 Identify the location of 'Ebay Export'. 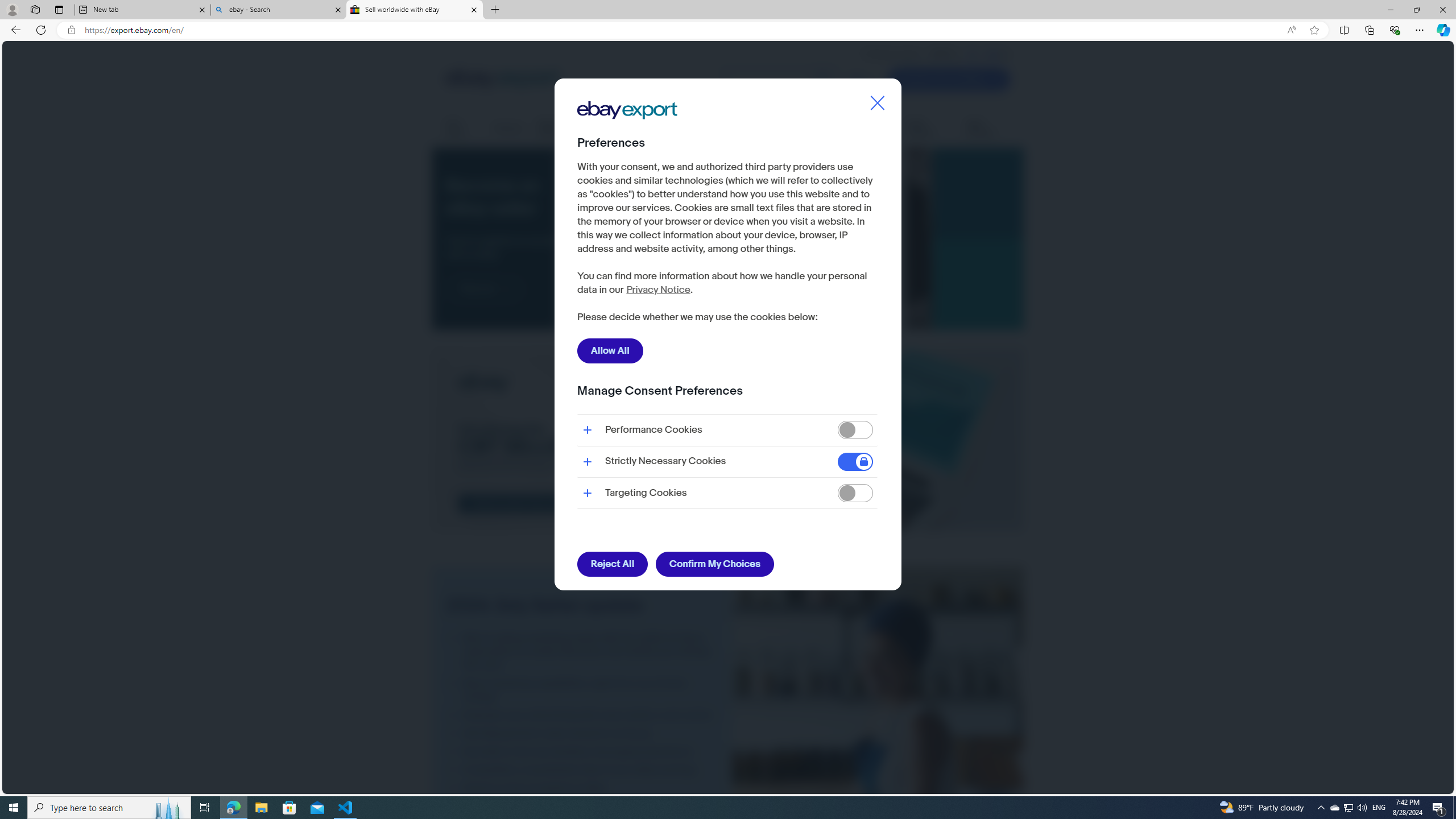
(630, 146).